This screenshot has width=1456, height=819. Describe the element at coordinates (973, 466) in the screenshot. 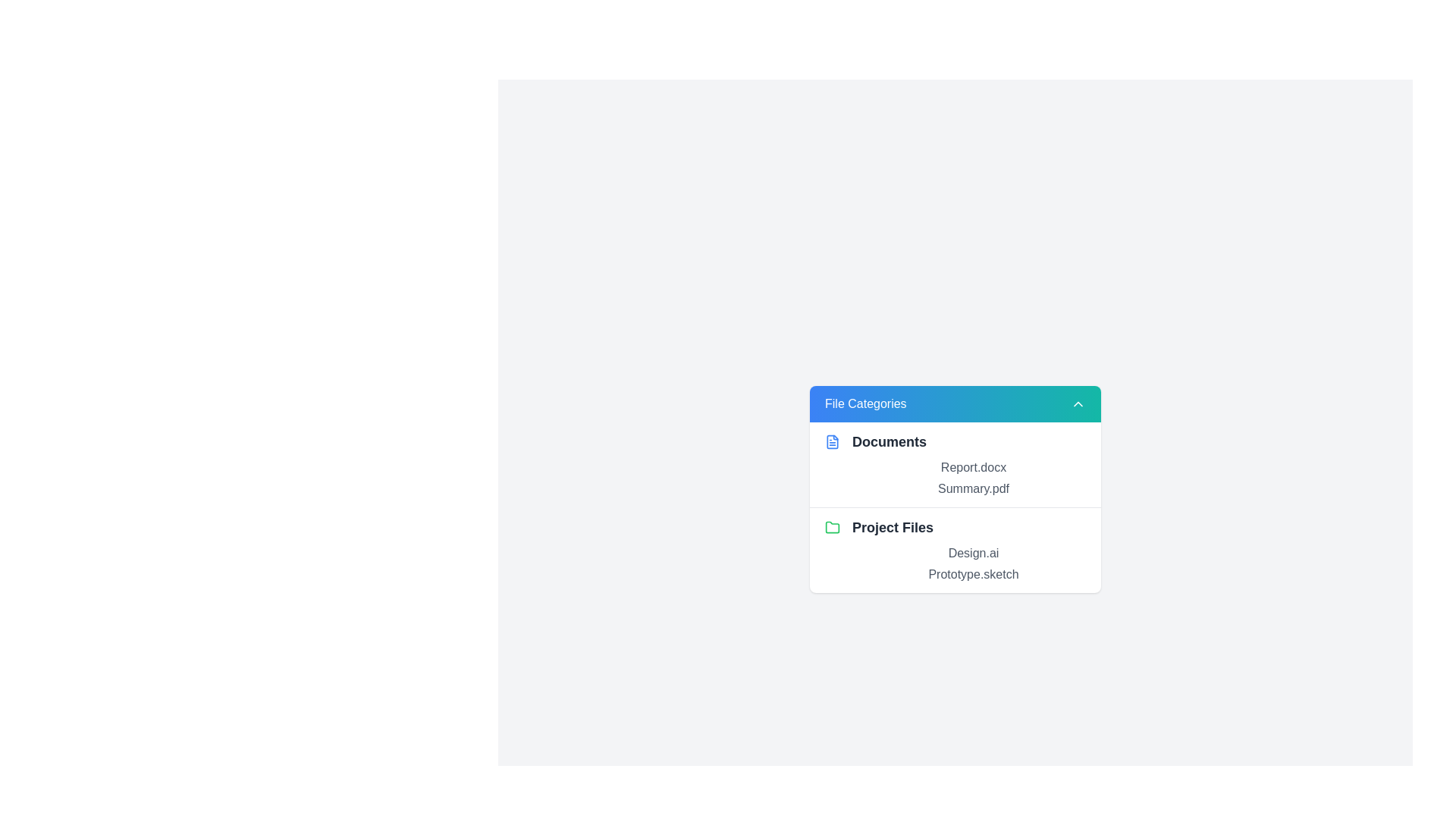

I see `the text link labeled 'Report.docx', which is the first file entry under the 'Documents' section` at that location.